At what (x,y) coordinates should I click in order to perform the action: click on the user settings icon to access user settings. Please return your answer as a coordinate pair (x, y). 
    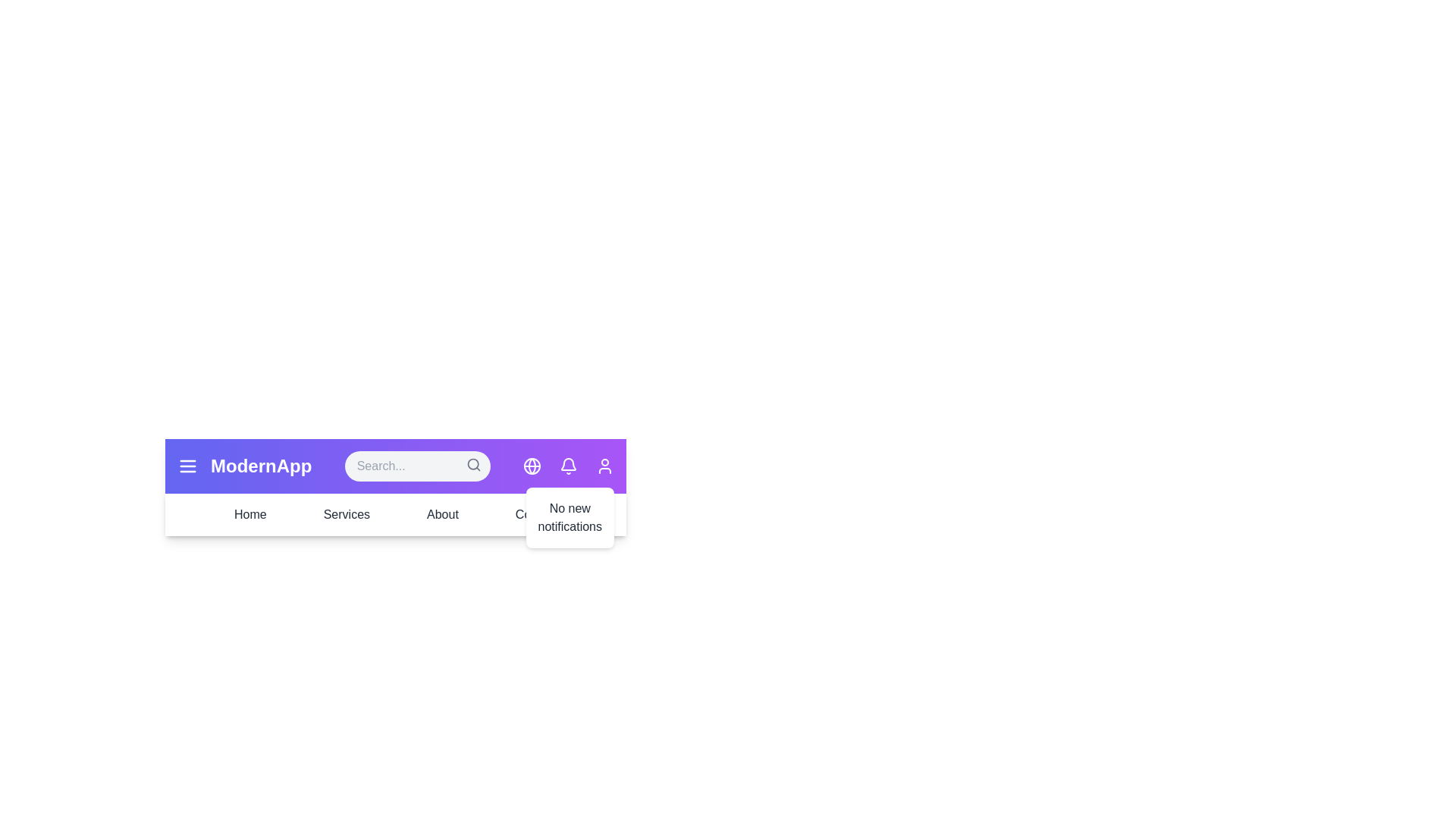
    Looking at the image, I should click on (604, 465).